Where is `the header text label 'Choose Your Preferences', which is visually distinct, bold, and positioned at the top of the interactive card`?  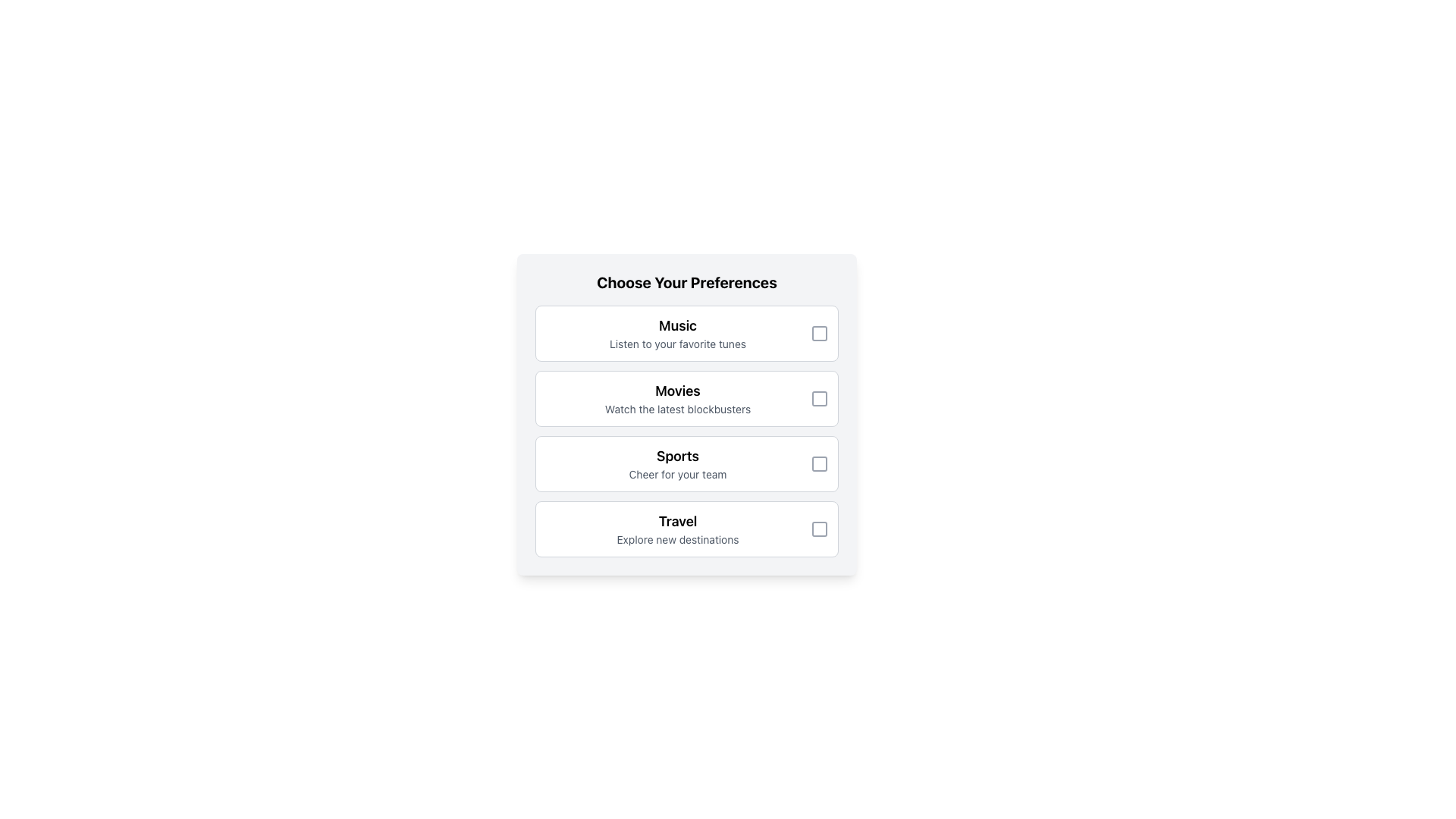 the header text label 'Choose Your Preferences', which is visually distinct, bold, and positioned at the top of the interactive card is located at coordinates (686, 283).